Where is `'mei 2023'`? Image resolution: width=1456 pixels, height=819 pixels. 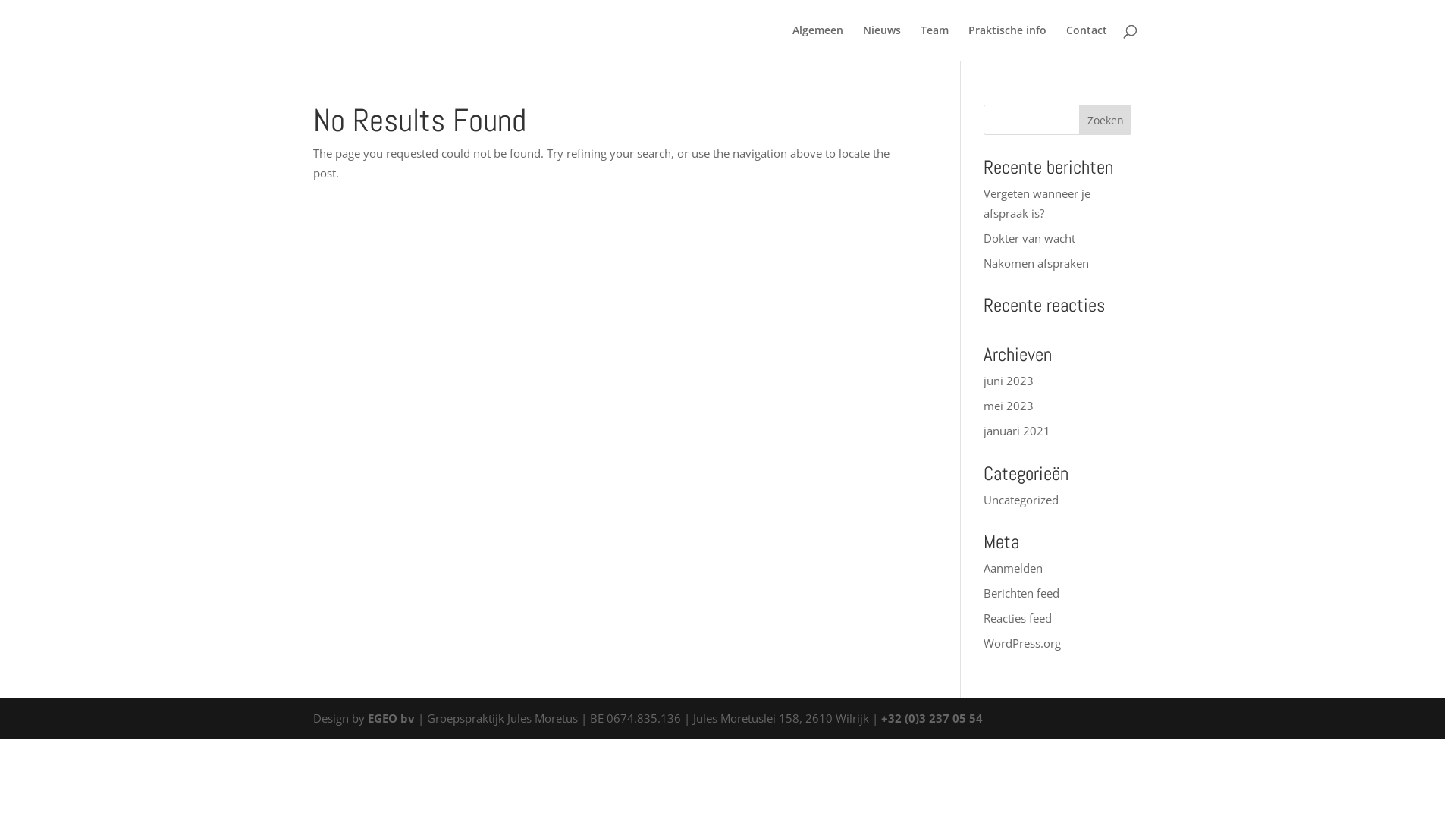
'mei 2023' is located at coordinates (1008, 405).